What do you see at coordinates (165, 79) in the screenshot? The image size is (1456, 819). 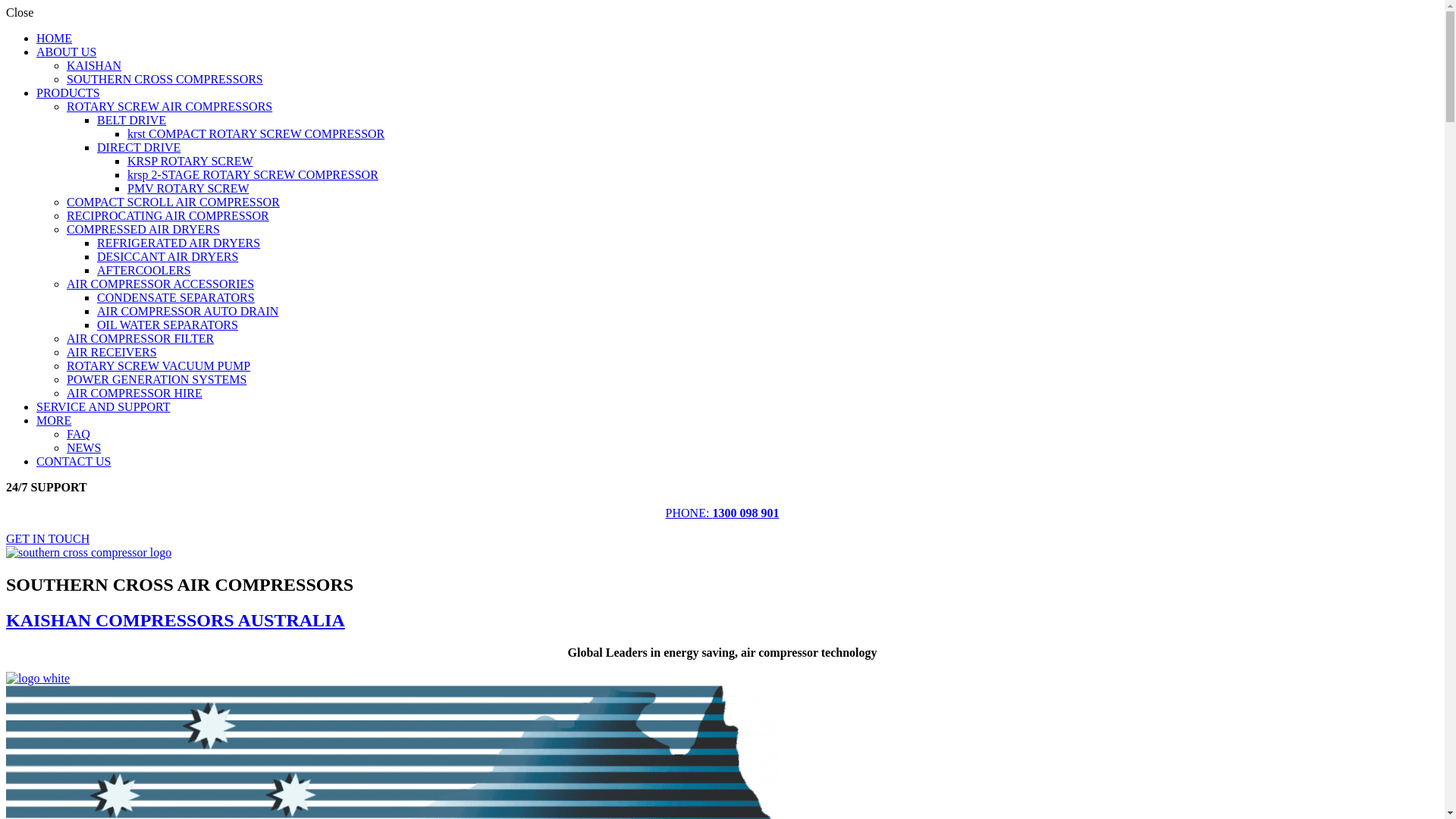 I see `'SOUTHERN CROSS COMPRESSORS'` at bounding box center [165, 79].